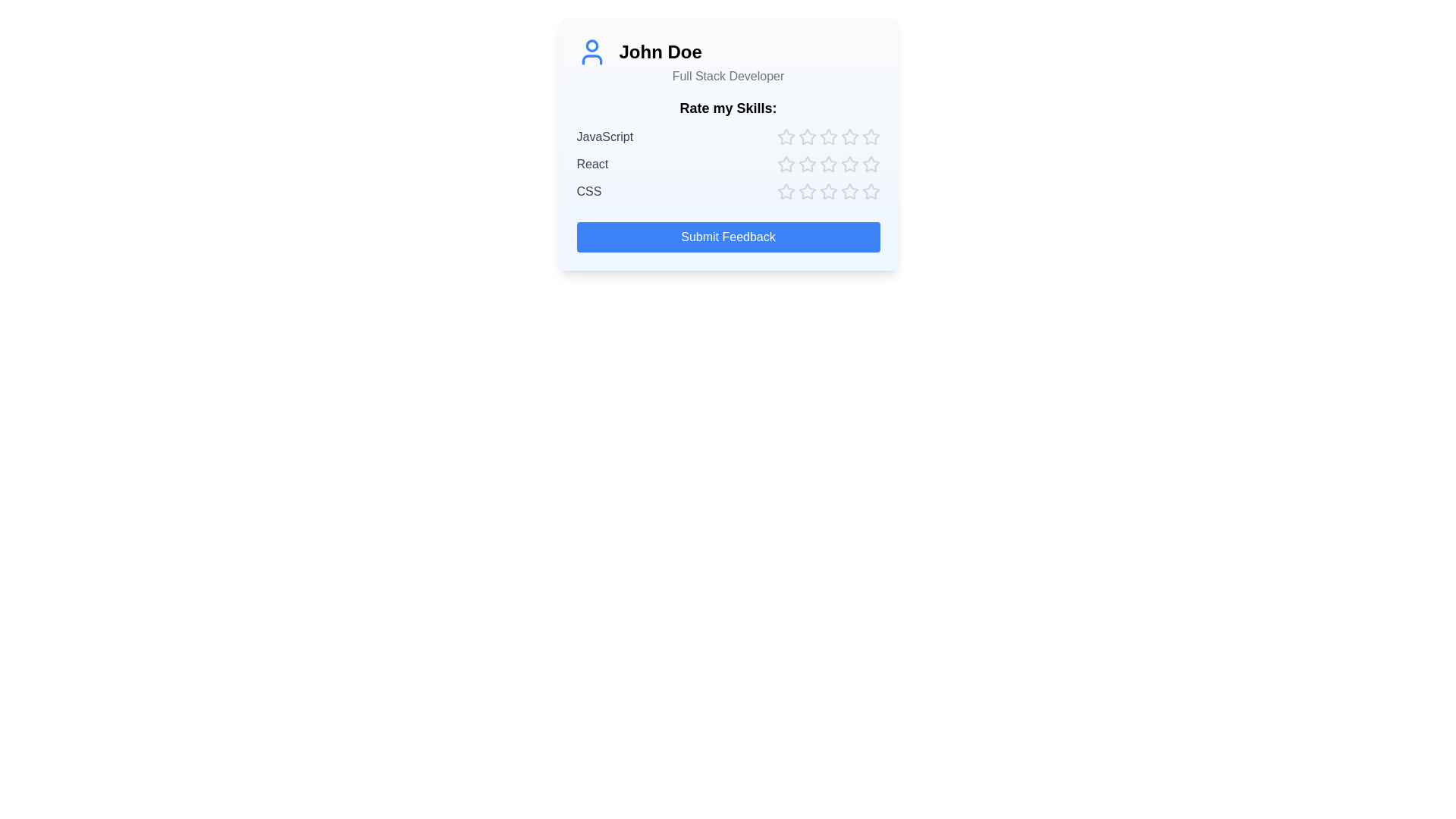 The image size is (1456, 819). What do you see at coordinates (806, 191) in the screenshot?
I see `the star corresponding to skill CSS and rating 2` at bounding box center [806, 191].